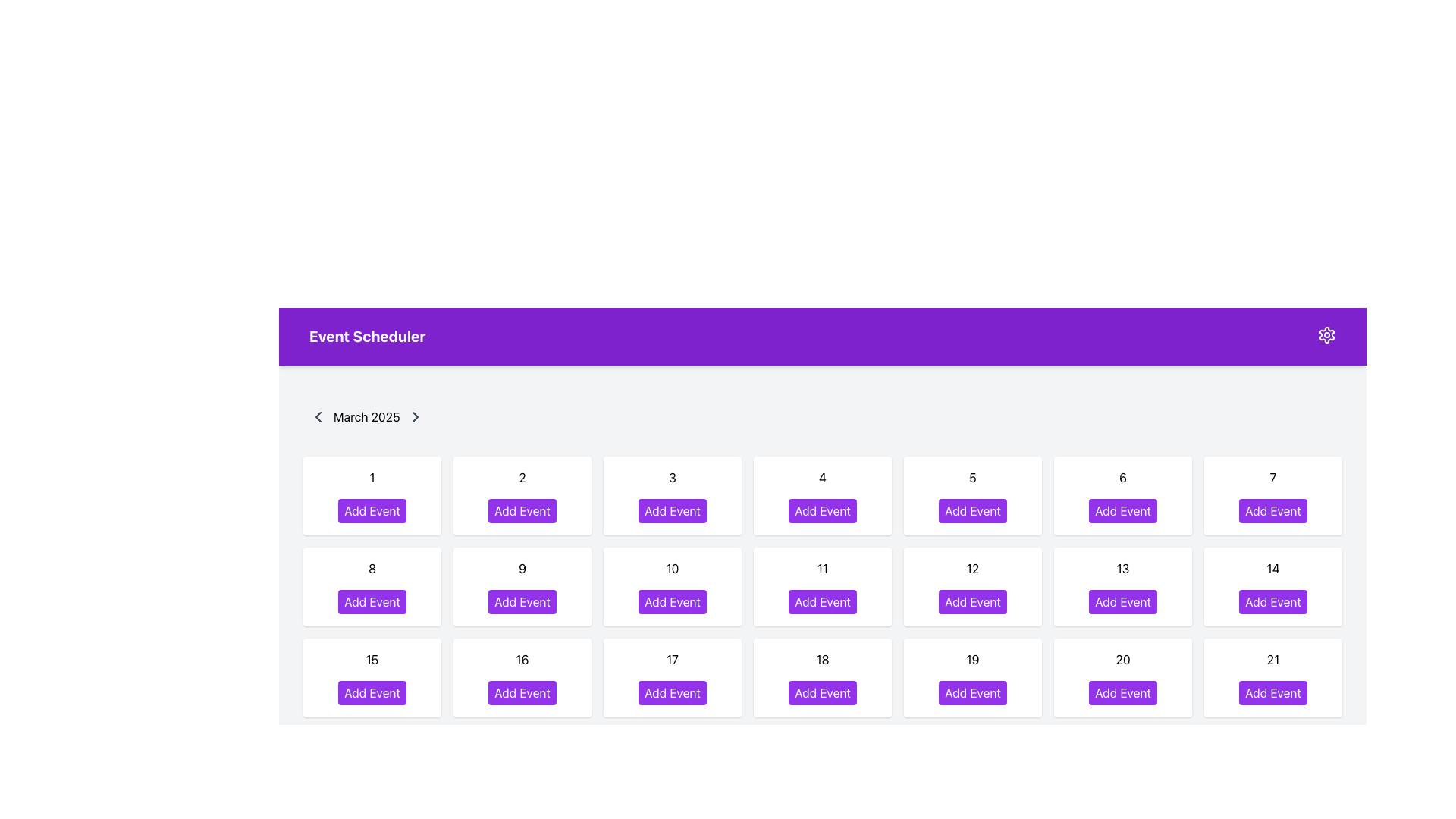 This screenshot has height=819, width=1456. I want to click on the interactive button for adding an event located in the fourth column of the first row under the 'Event Scheduler' heading, so click(821, 511).